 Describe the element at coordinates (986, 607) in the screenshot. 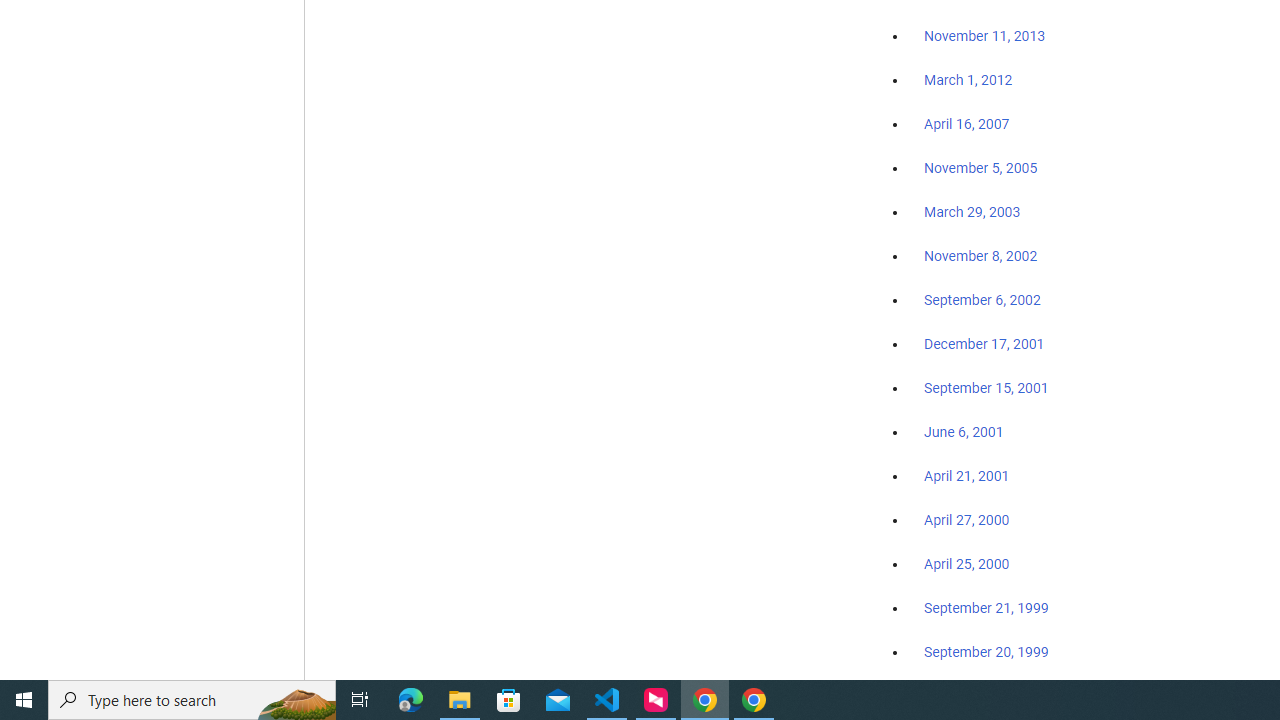

I see `'September 21, 1999'` at that location.